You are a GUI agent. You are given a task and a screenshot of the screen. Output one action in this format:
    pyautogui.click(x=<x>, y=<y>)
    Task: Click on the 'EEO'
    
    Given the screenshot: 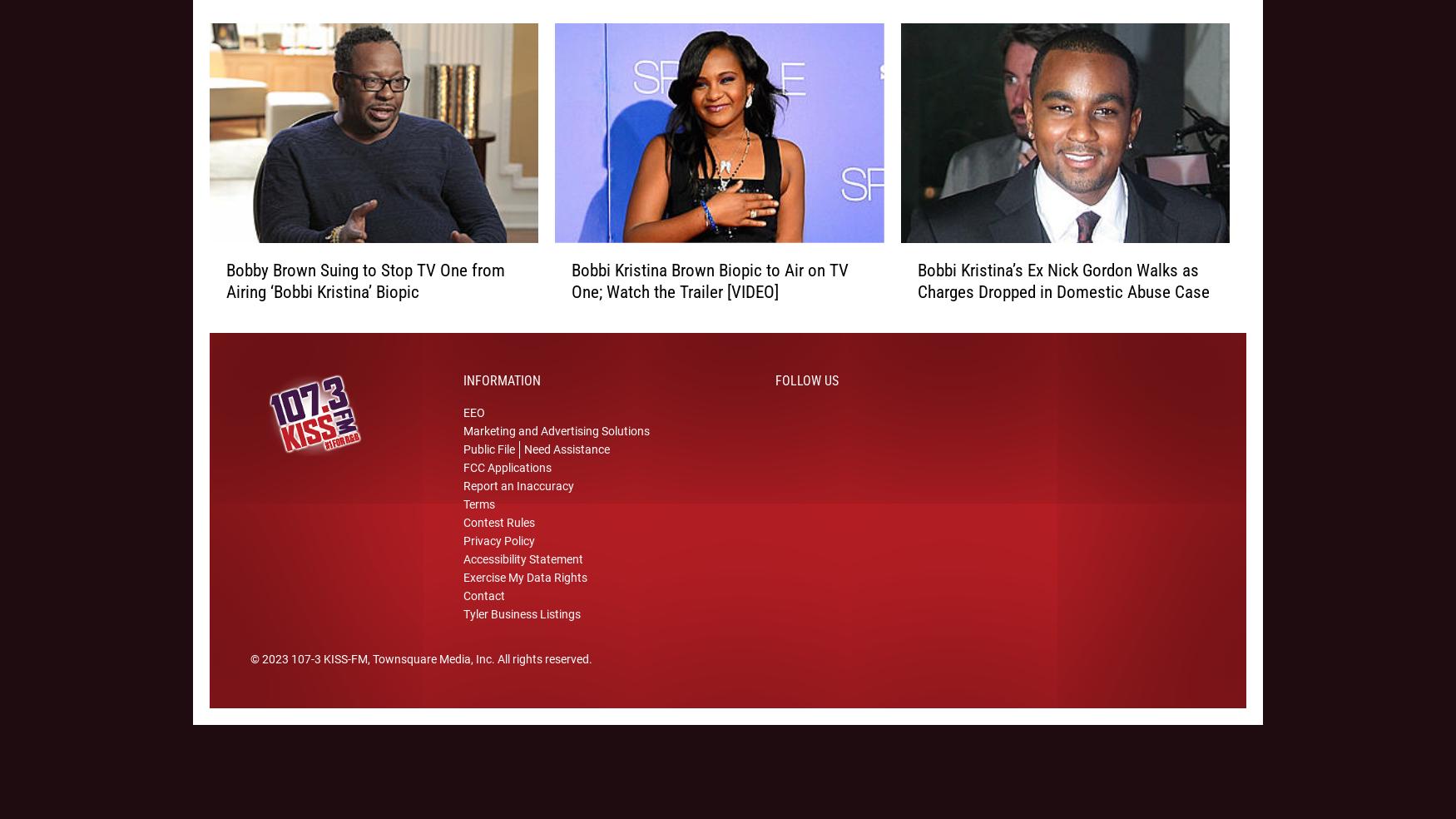 What is the action you would take?
    pyautogui.click(x=463, y=434)
    